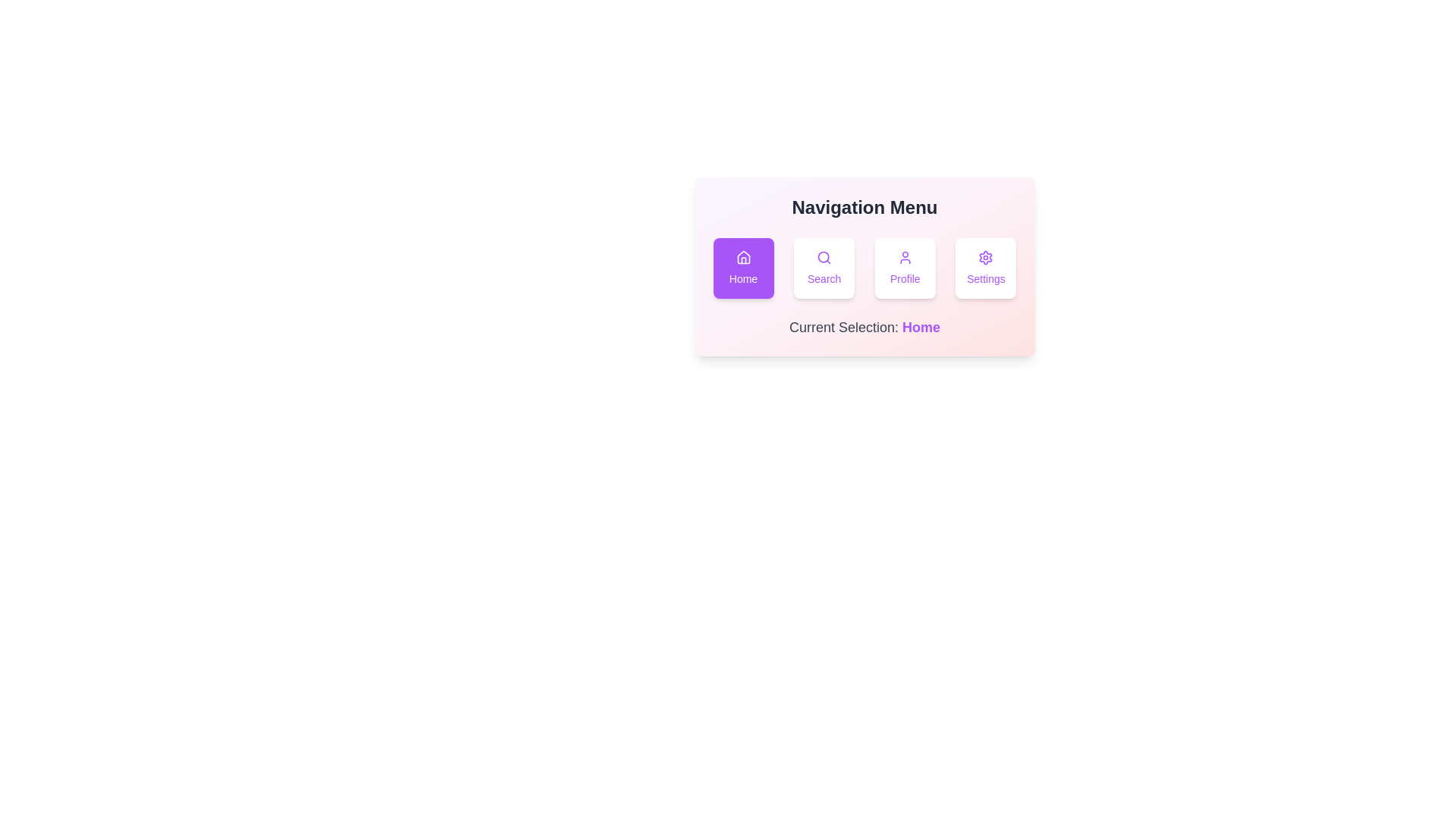 The width and height of the screenshot is (1456, 819). Describe the element at coordinates (986, 268) in the screenshot. I see `the Settings button to change the selection` at that location.